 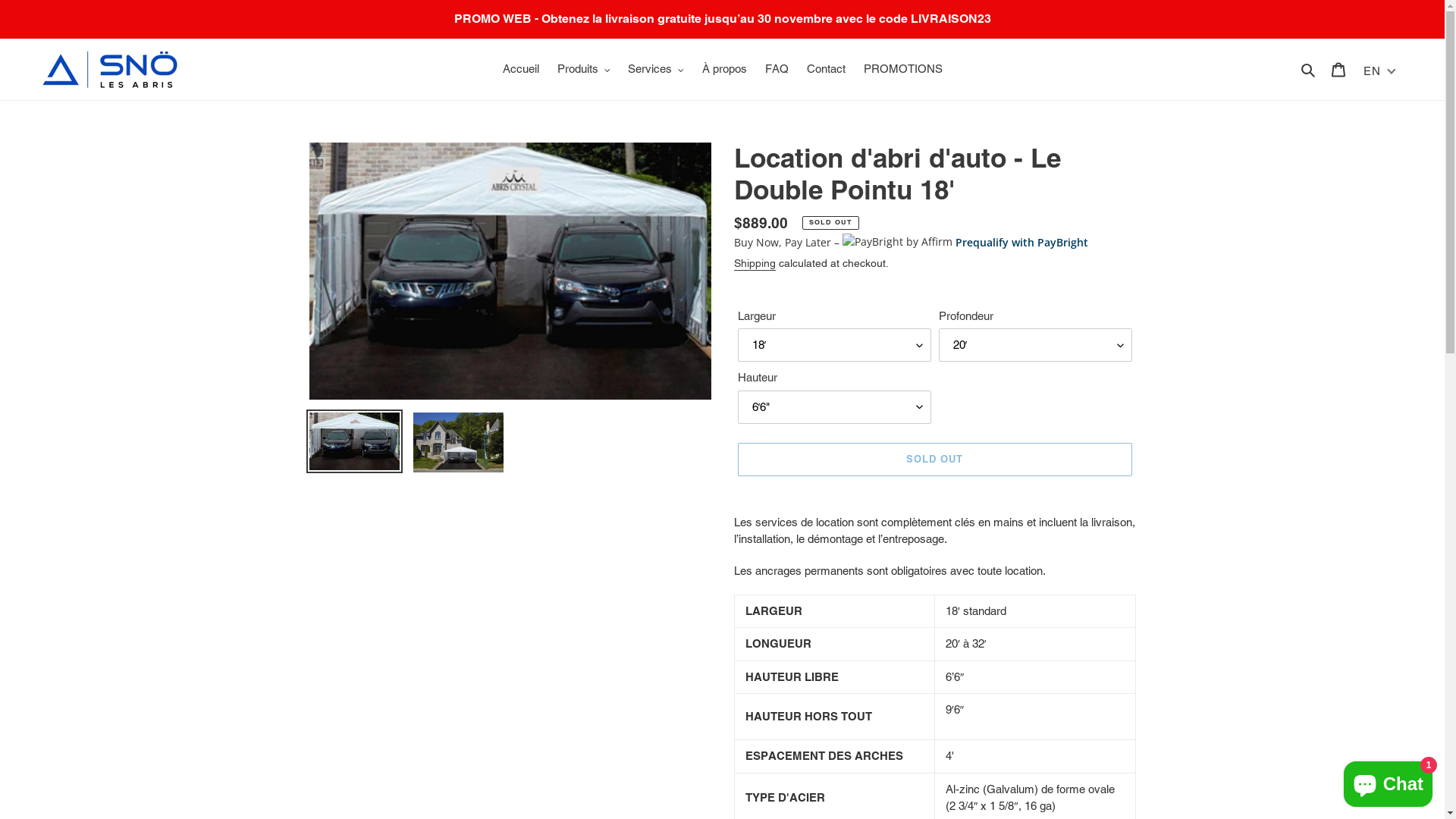 What do you see at coordinates (494, 69) in the screenshot?
I see `'Accueil'` at bounding box center [494, 69].